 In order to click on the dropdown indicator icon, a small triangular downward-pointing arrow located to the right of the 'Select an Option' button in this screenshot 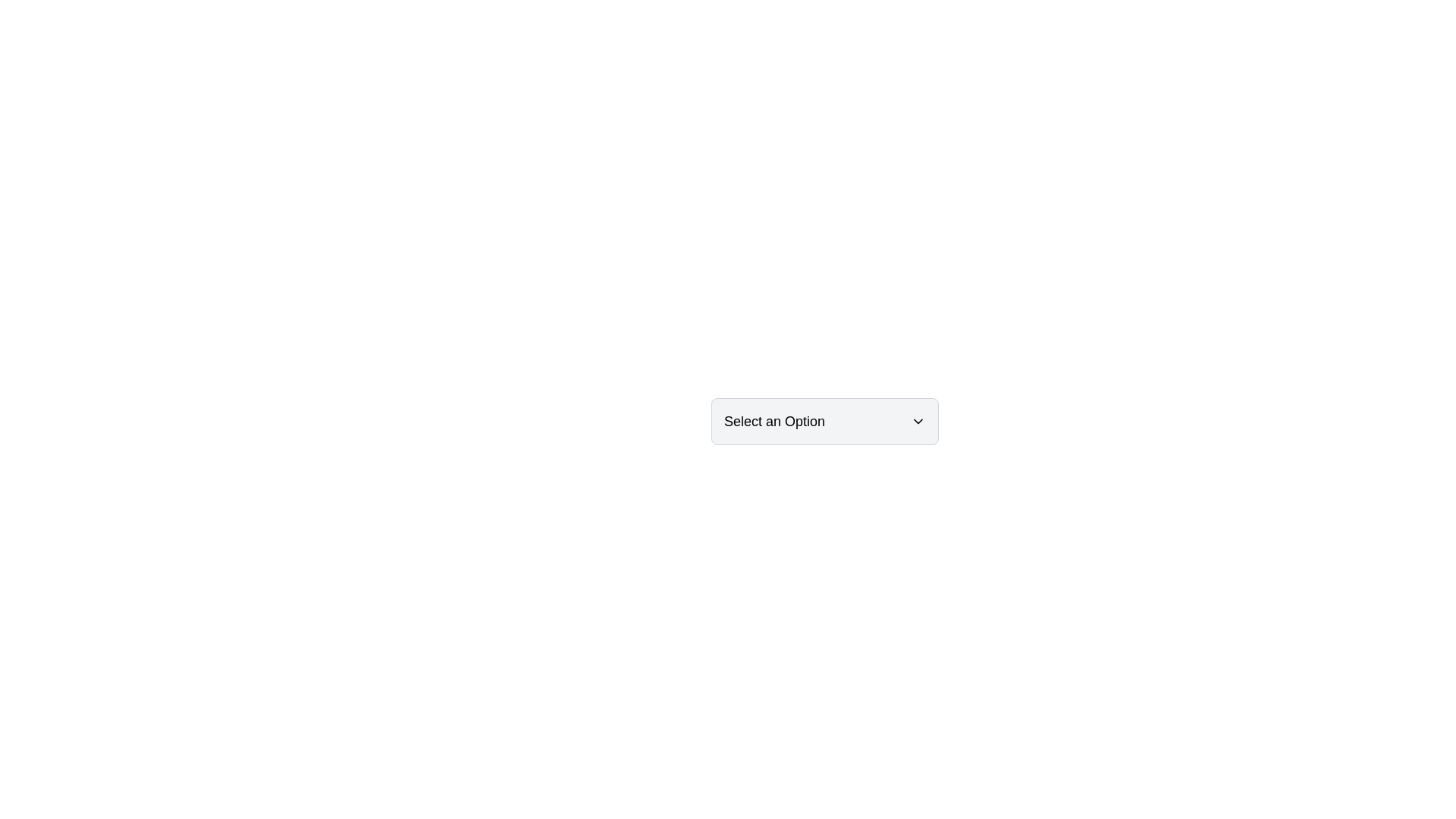, I will do `click(917, 421)`.